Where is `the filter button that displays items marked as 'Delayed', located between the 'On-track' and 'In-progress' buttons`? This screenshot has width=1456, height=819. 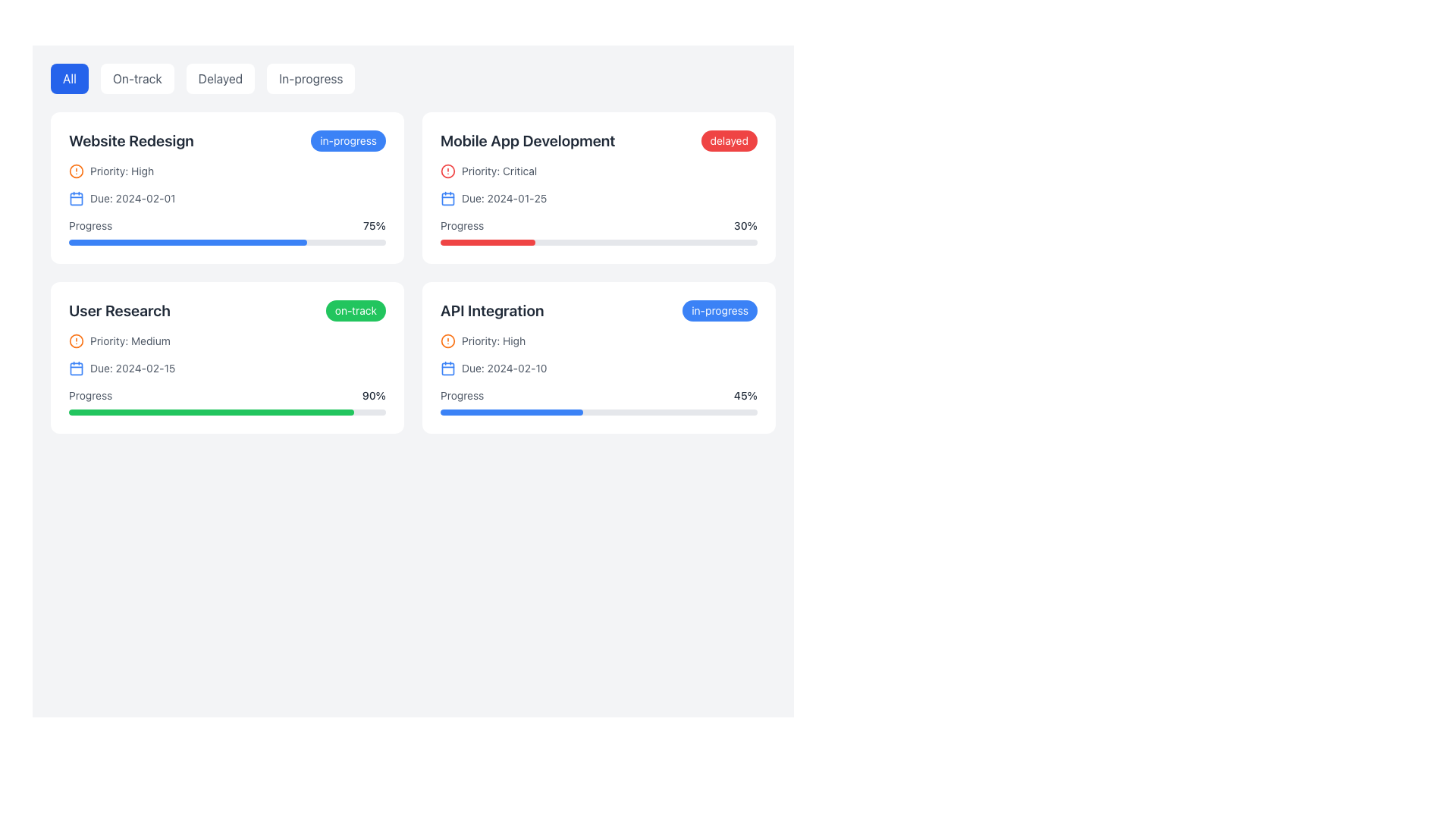 the filter button that displays items marked as 'Delayed', located between the 'On-track' and 'In-progress' buttons is located at coordinates (220, 79).